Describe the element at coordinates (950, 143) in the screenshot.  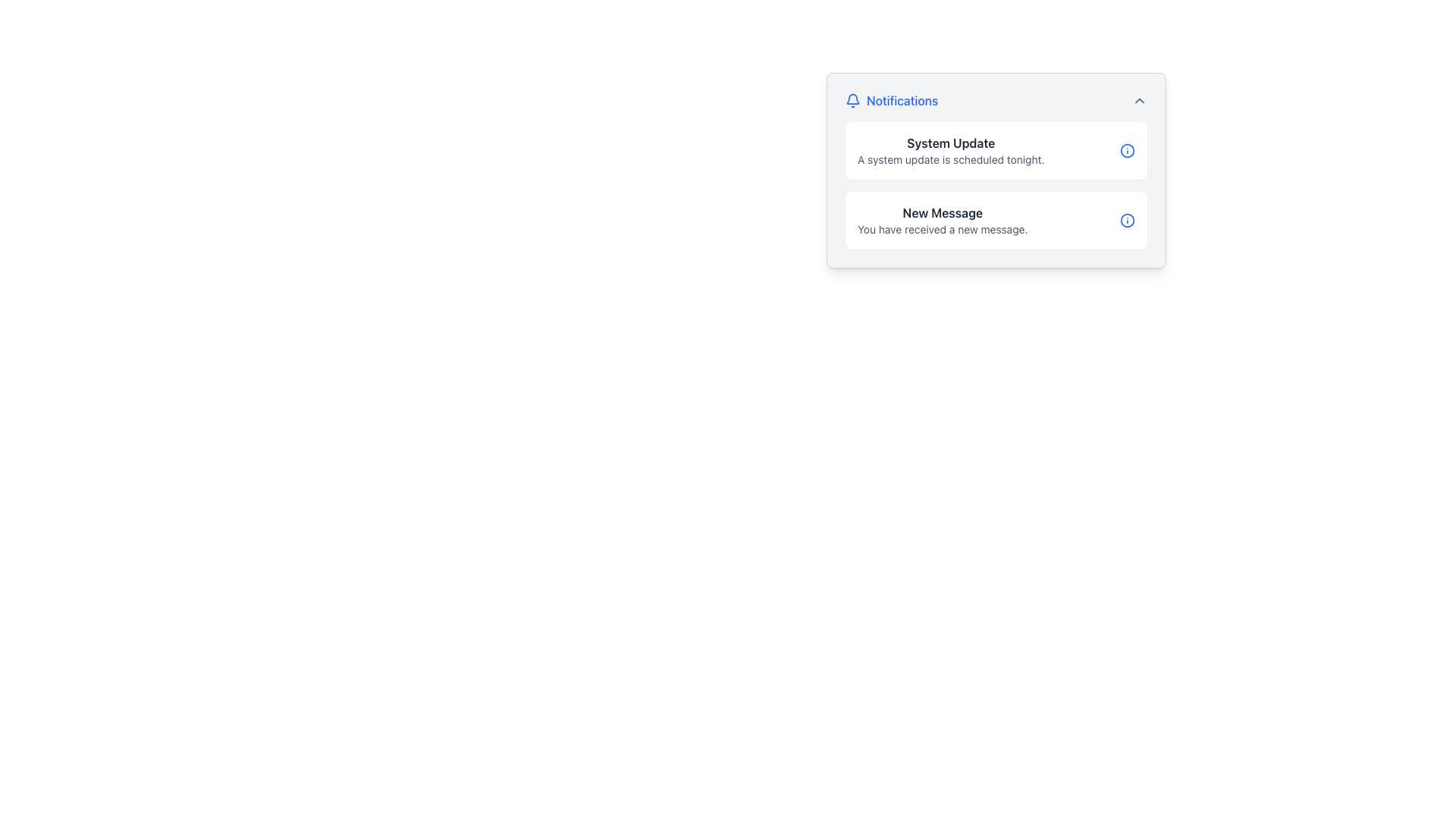
I see `the 'System Update' text label, which is styled in bold grayish-black font and serves as a heading in the notification panel` at that location.